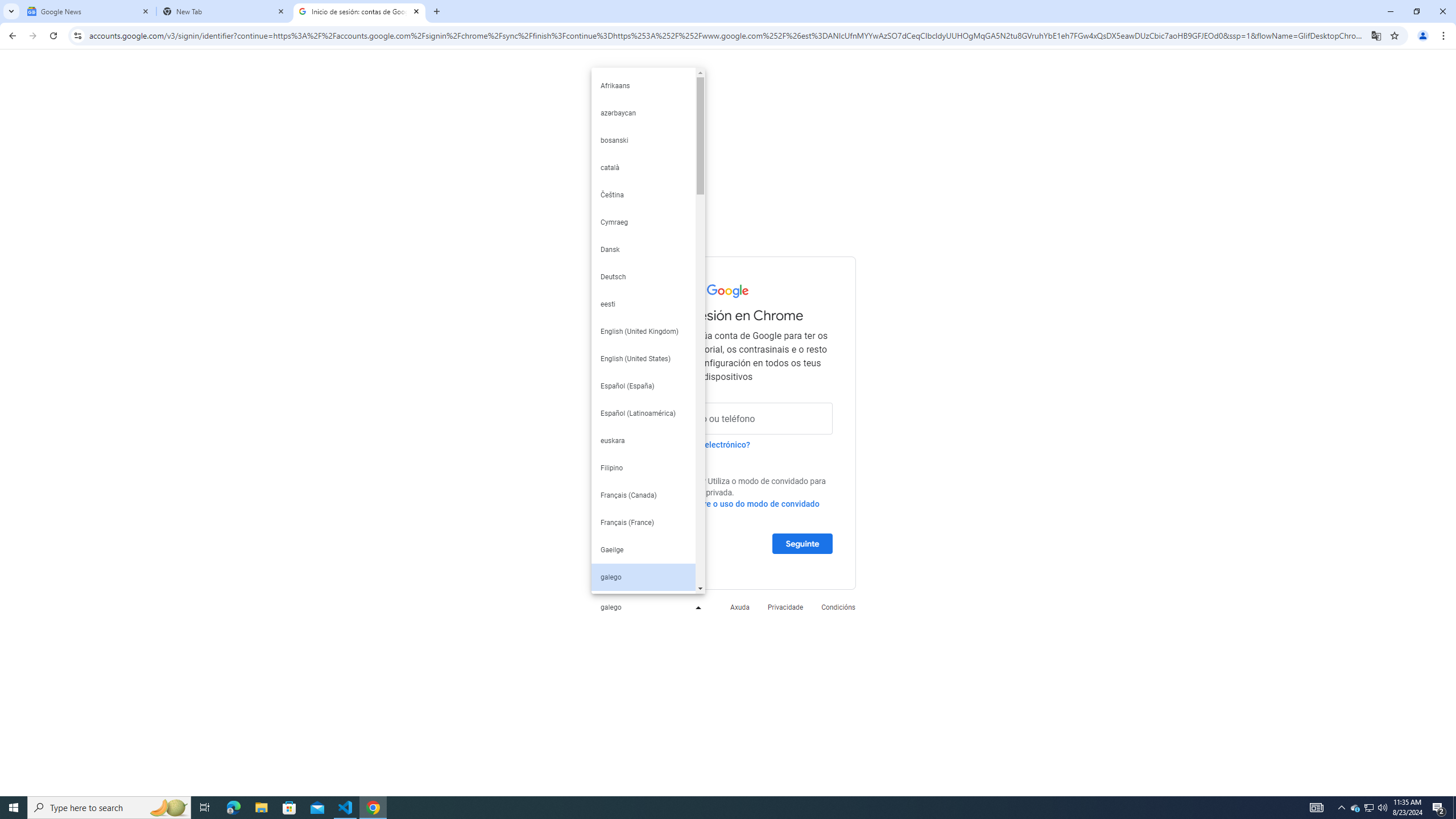 Image resolution: width=1456 pixels, height=819 pixels. What do you see at coordinates (643, 331) in the screenshot?
I see `'English (United Kingdom)'` at bounding box center [643, 331].